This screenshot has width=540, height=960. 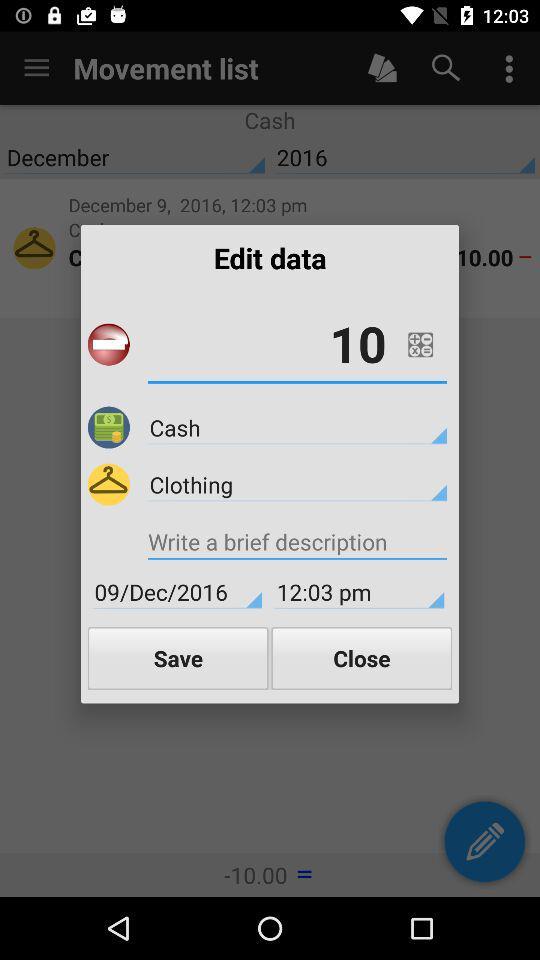 I want to click on the icon below 09/dec/2016 icon, so click(x=178, y=657).